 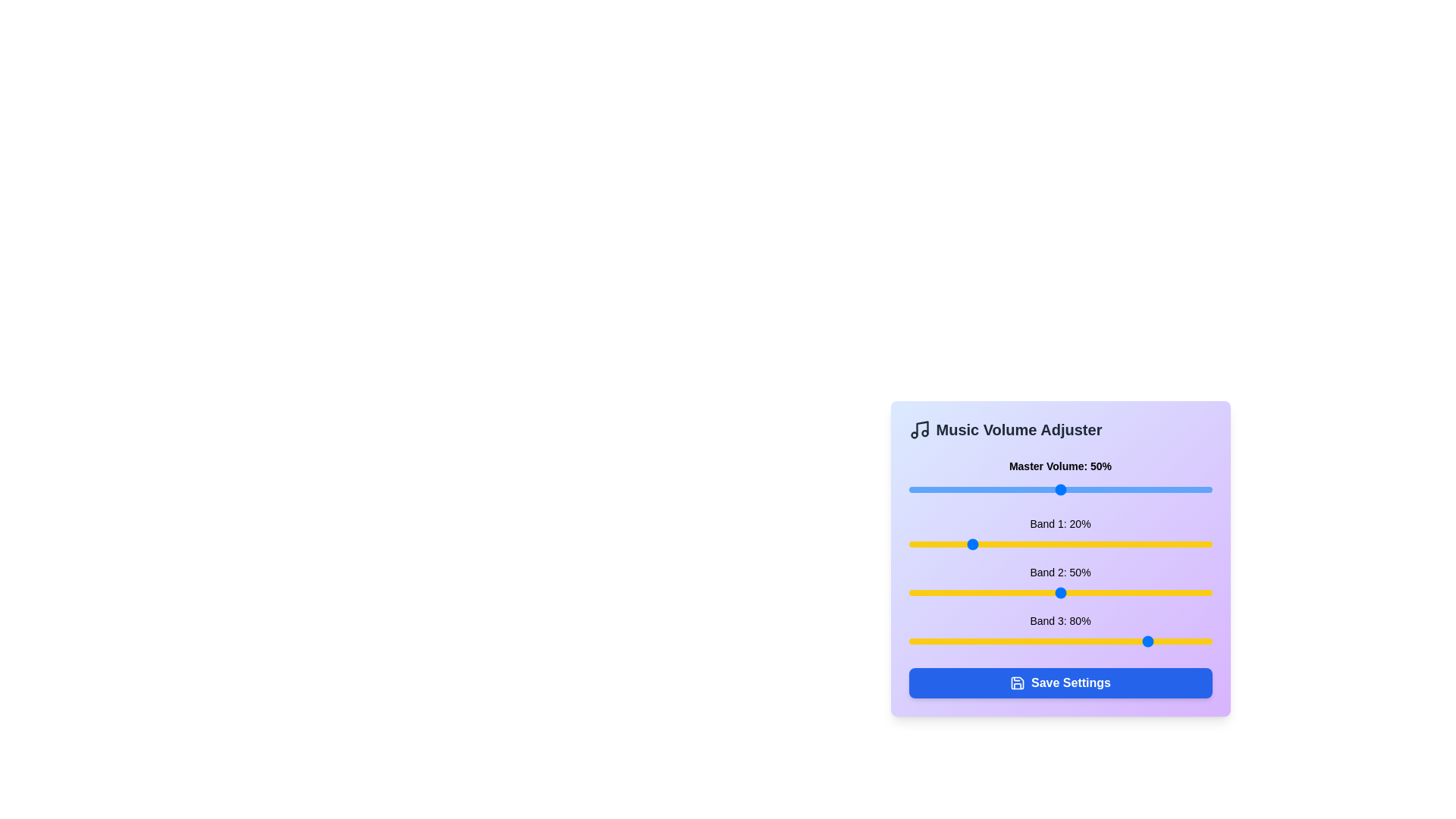 I want to click on the knob of the horizontal range slider, which is styled with a blue track and rounded edges, so click(x=1059, y=489).